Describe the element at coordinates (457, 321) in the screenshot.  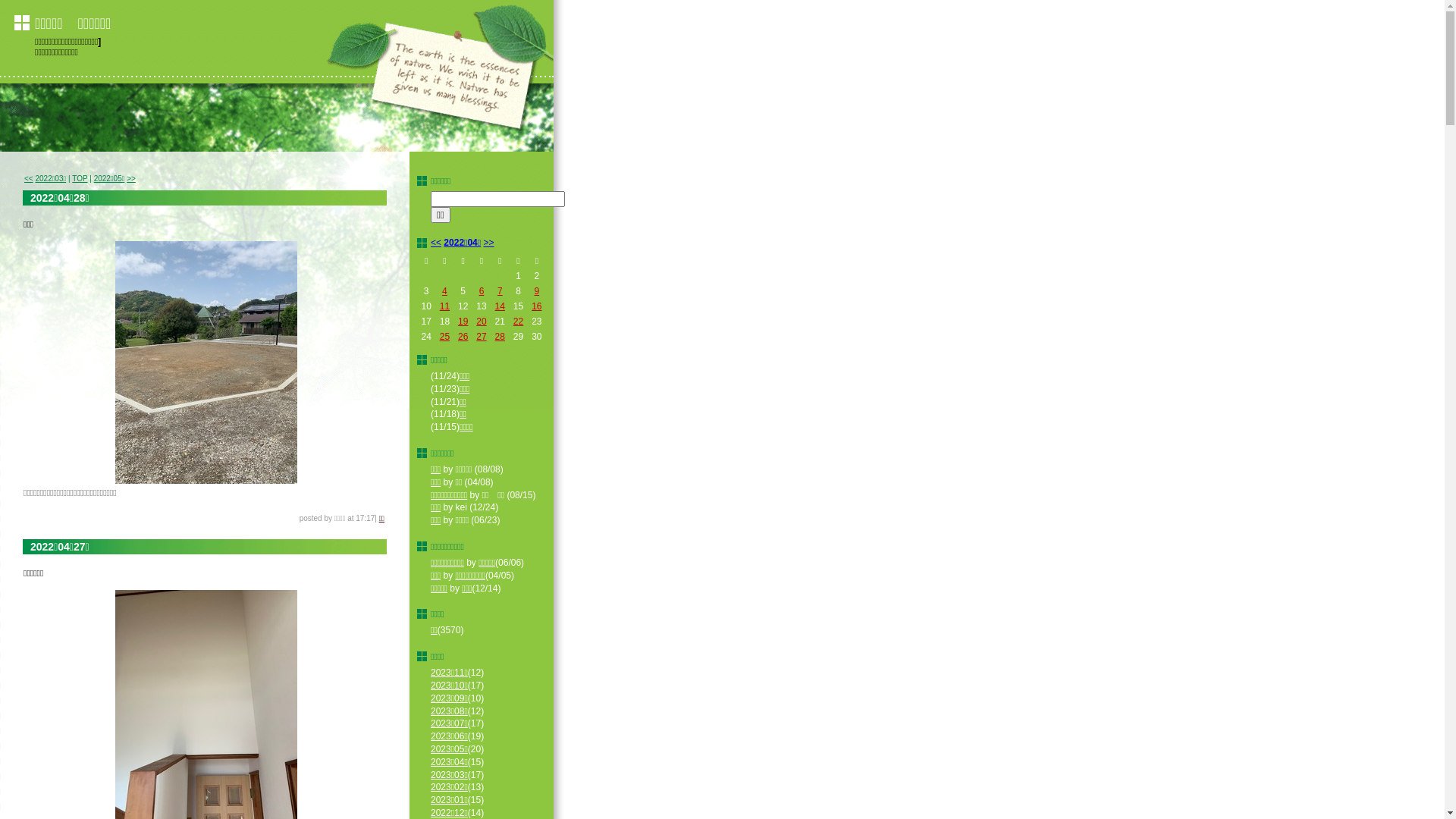
I see `'19'` at that location.